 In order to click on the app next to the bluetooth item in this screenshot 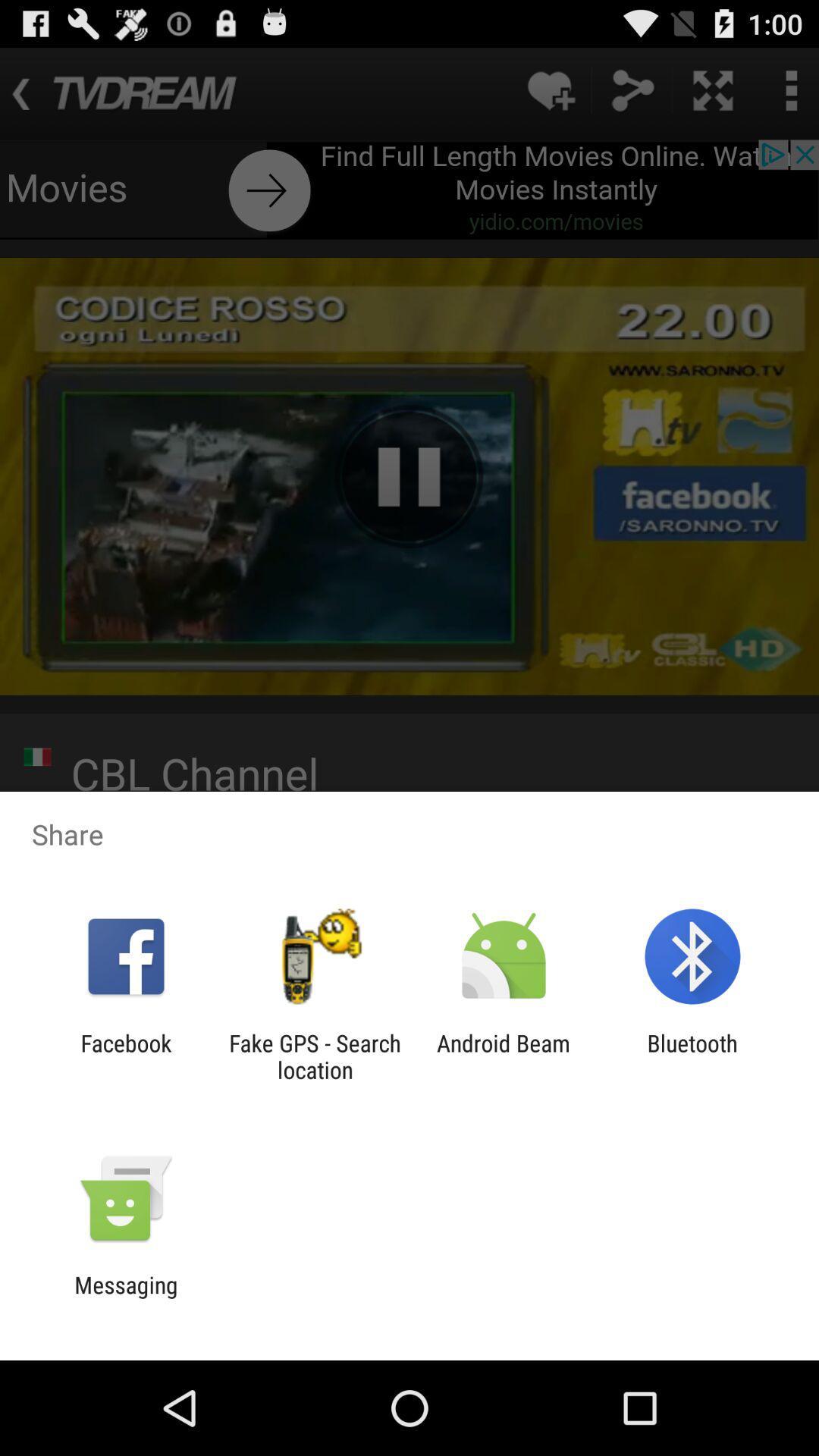, I will do `click(504, 1056)`.